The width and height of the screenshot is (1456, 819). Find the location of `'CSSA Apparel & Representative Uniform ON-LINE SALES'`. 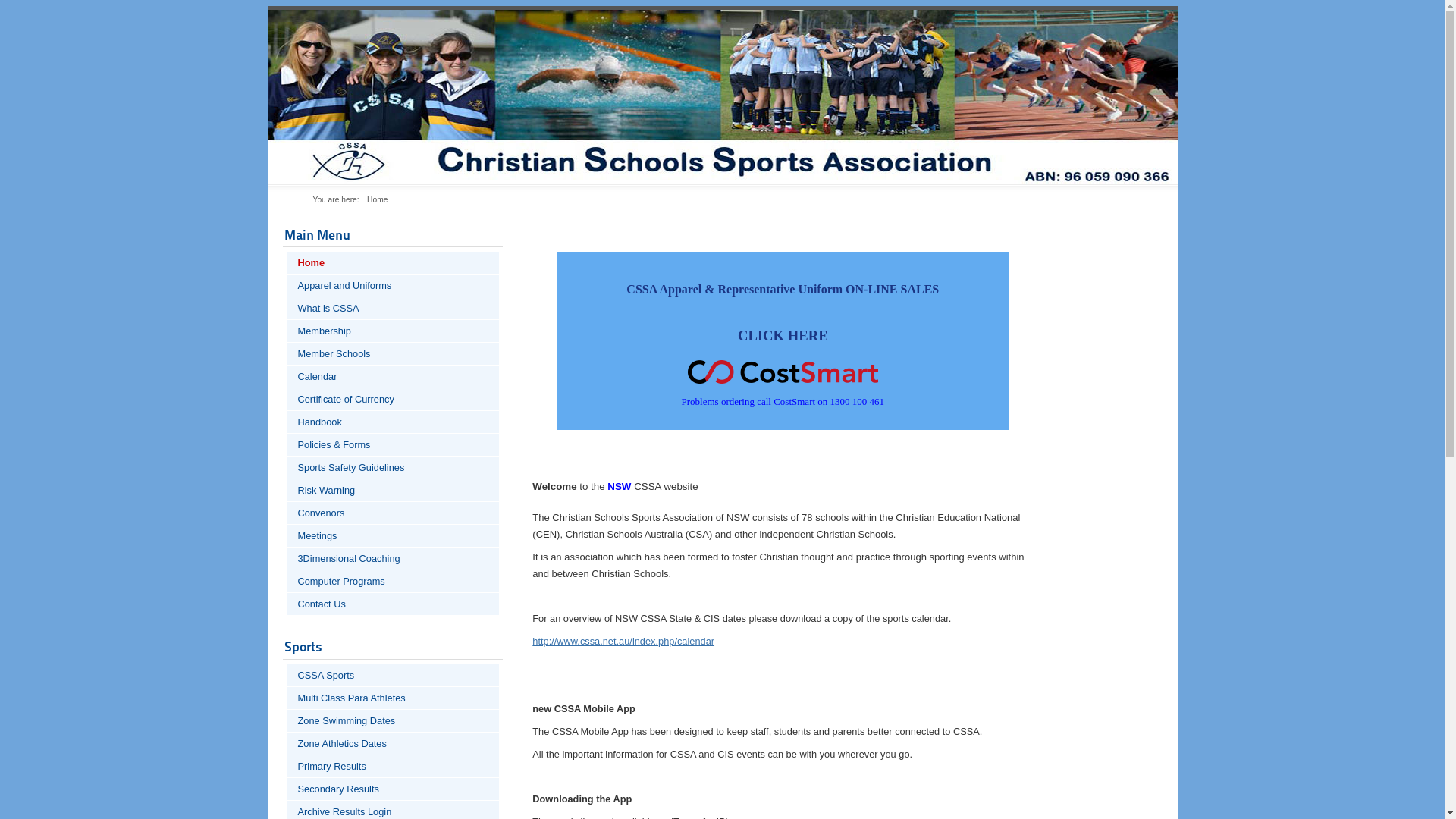

'CSSA Apparel & Representative Uniform ON-LINE SALES' is located at coordinates (783, 288).